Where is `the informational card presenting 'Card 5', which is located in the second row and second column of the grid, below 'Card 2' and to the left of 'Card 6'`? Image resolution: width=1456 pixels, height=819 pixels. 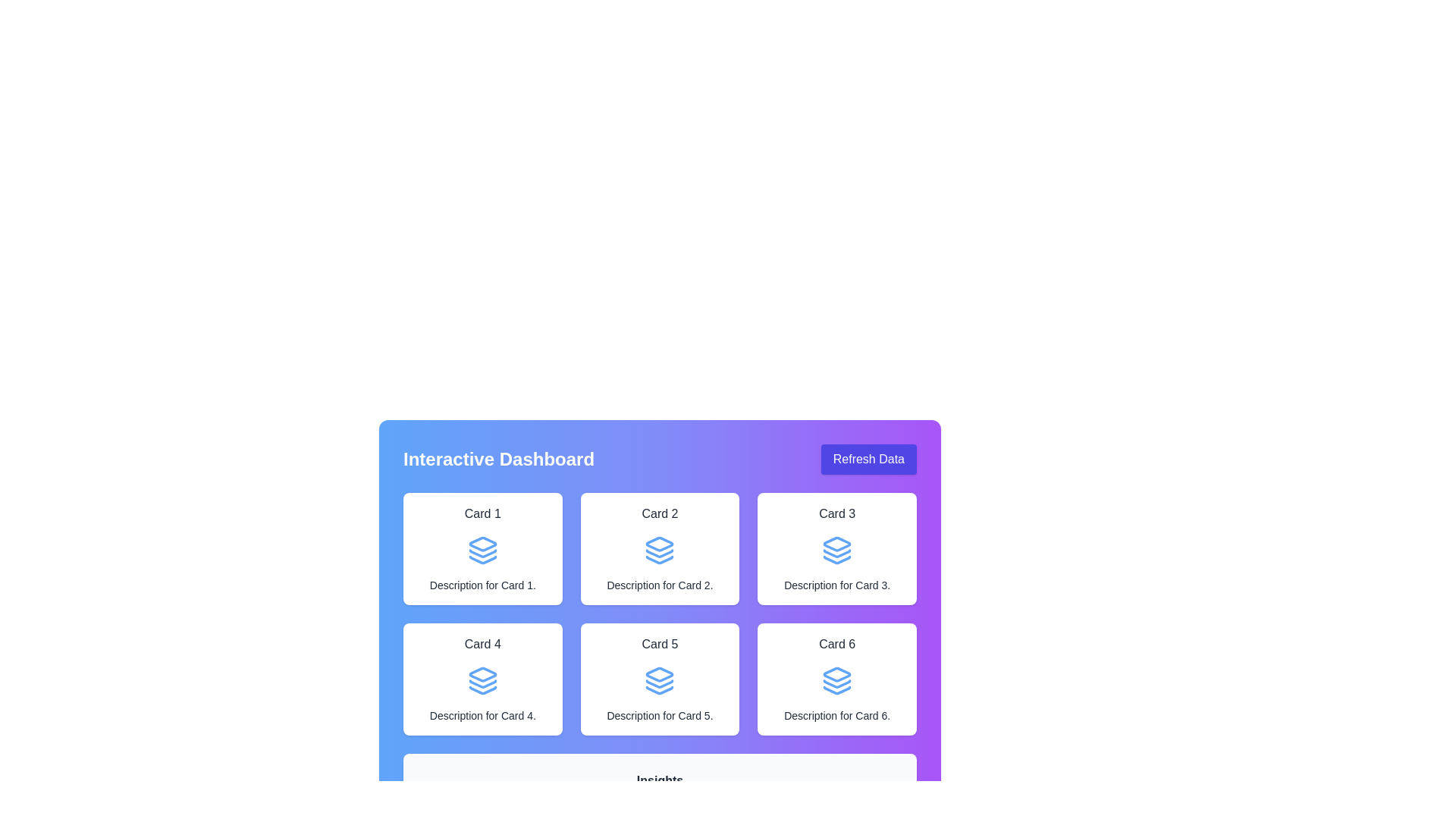
the informational card presenting 'Card 5', which is located in the second row and second column of the grid, below 'Card 2' and to the left of 'Card 6' is located at coordinates (660, 678).